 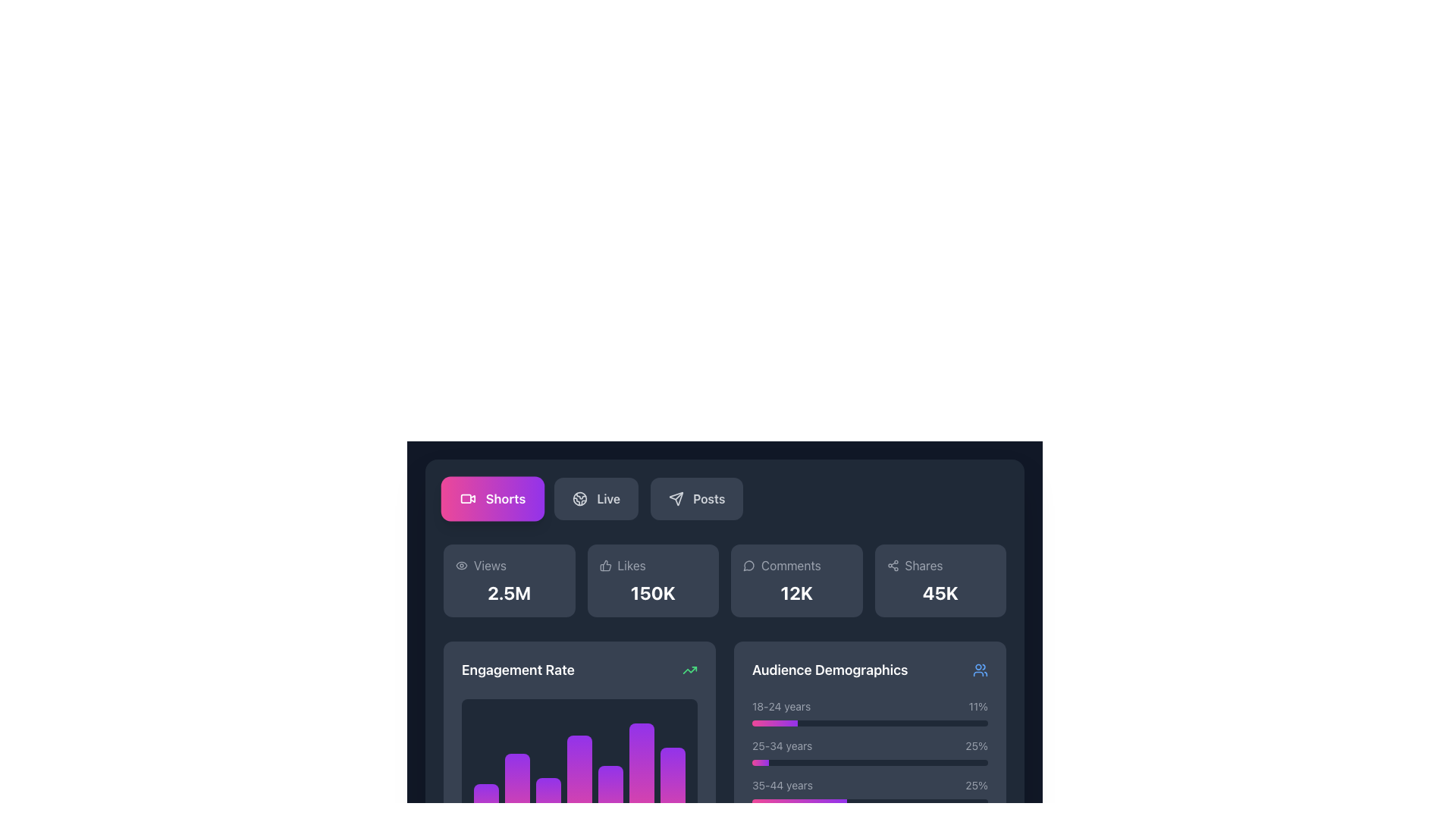 What do you see at coordinates (790, 565) in the screenshot?
I see `the 'Comments' label, displayed in gray font within a dark-themed panel` at bounding box center [790, 565].